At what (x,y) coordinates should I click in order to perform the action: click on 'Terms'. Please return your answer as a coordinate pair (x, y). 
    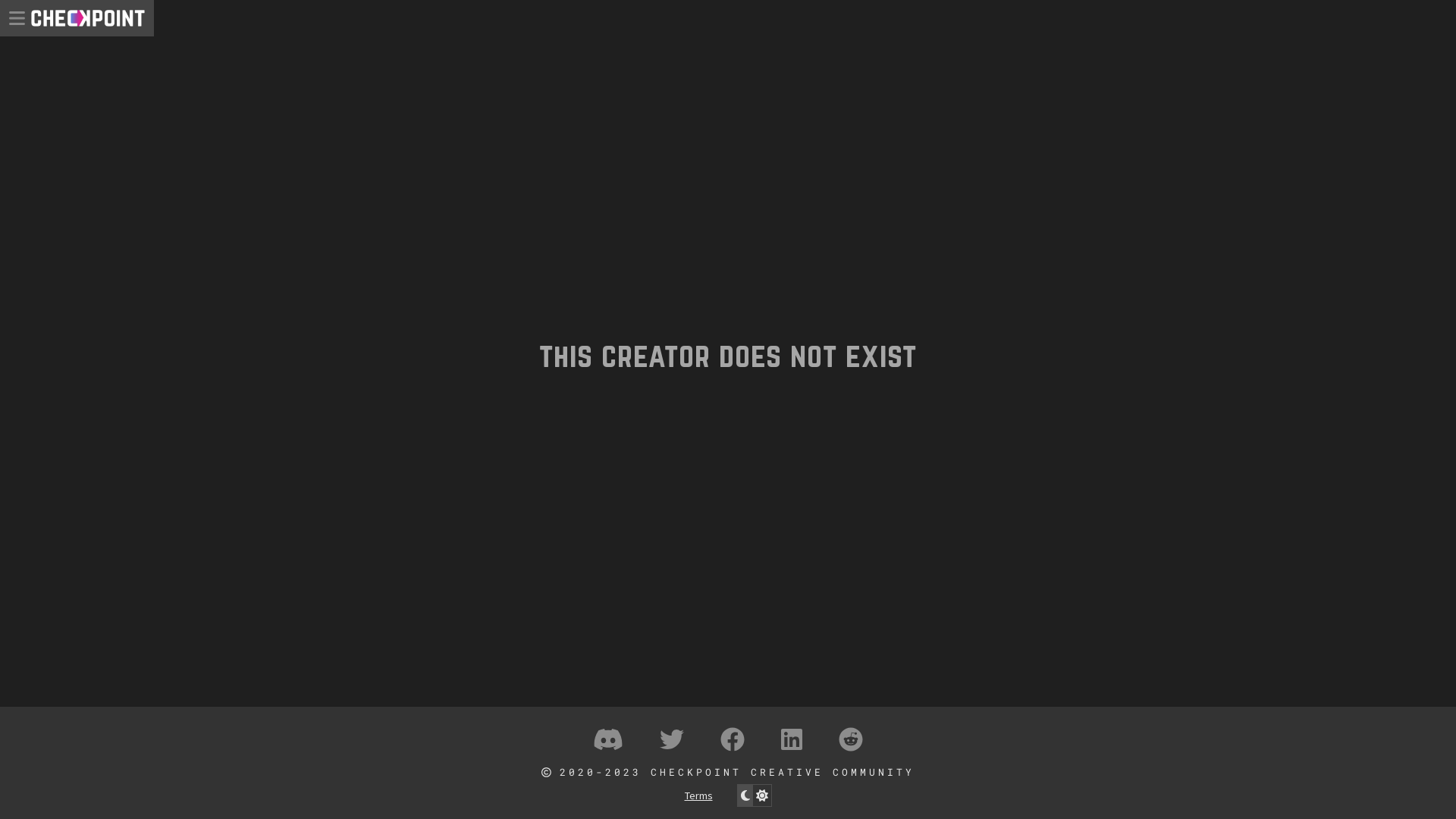
    Looking at the image, I should click on (683, 795).